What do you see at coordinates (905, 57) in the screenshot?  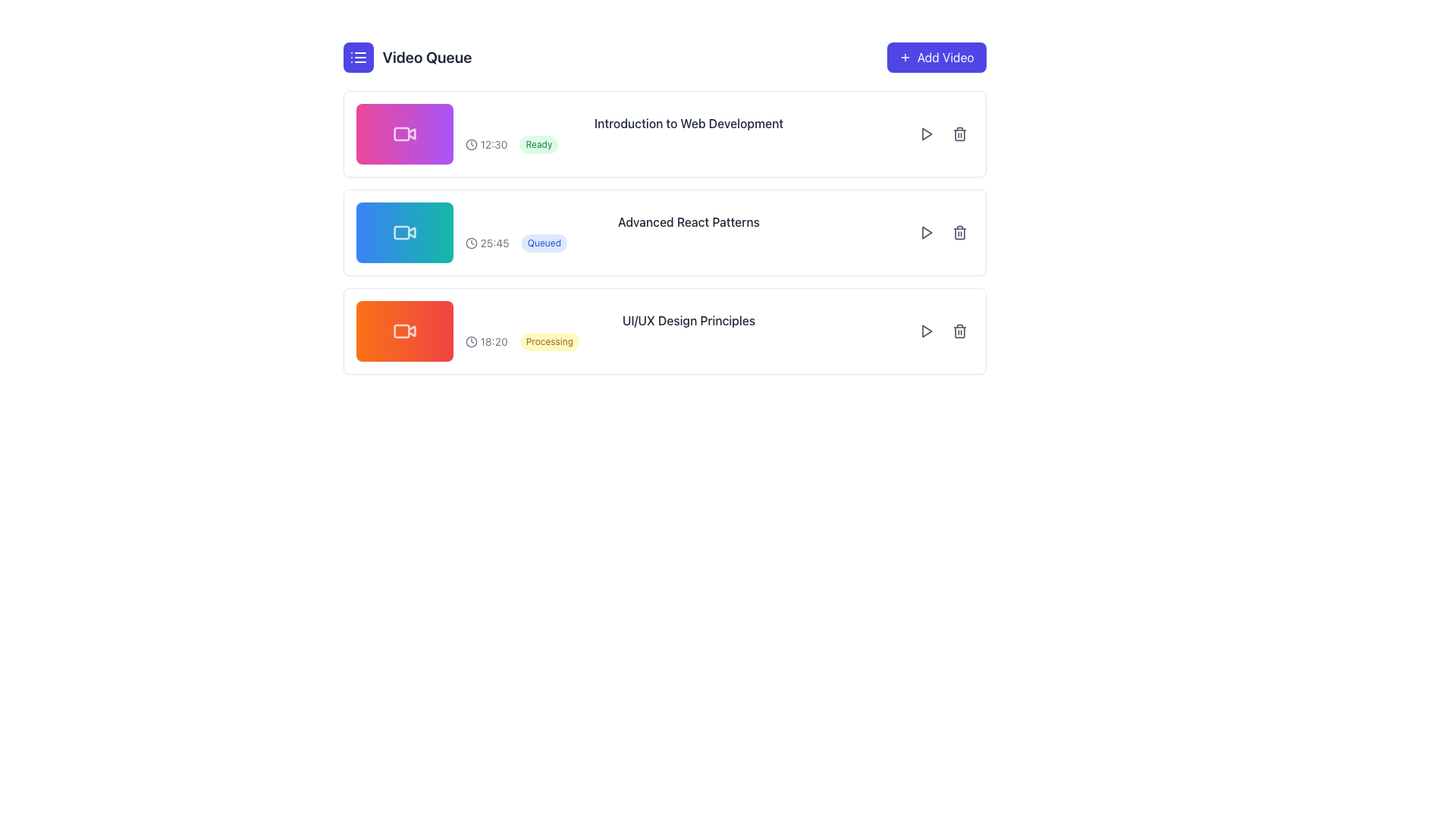 I see `the 'Add Video' icon located to the left of the text label within the 'Add Video' button in the top-right corner of the interface` at bounding box center [905, 57].